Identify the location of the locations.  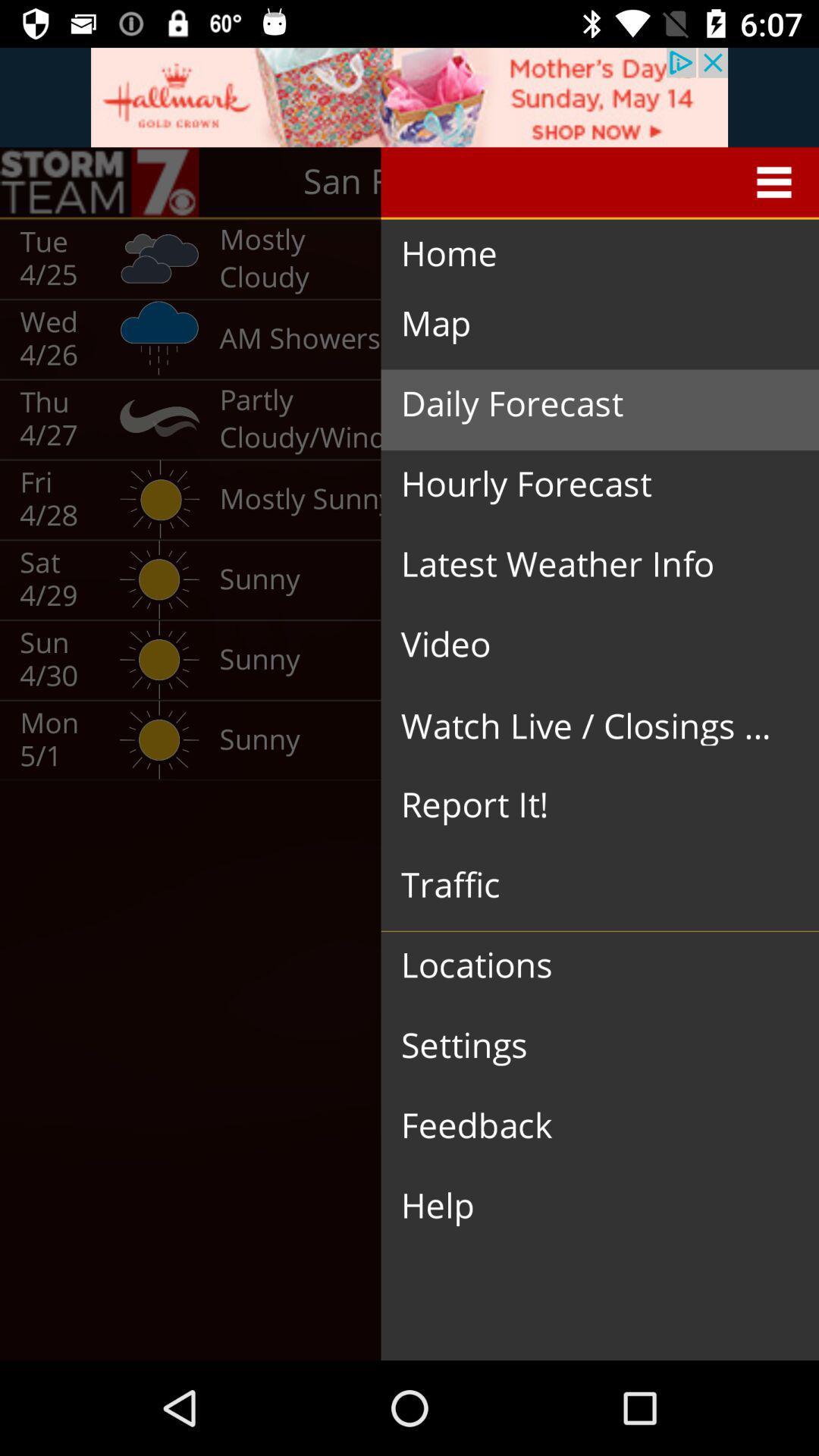
(587, 965).